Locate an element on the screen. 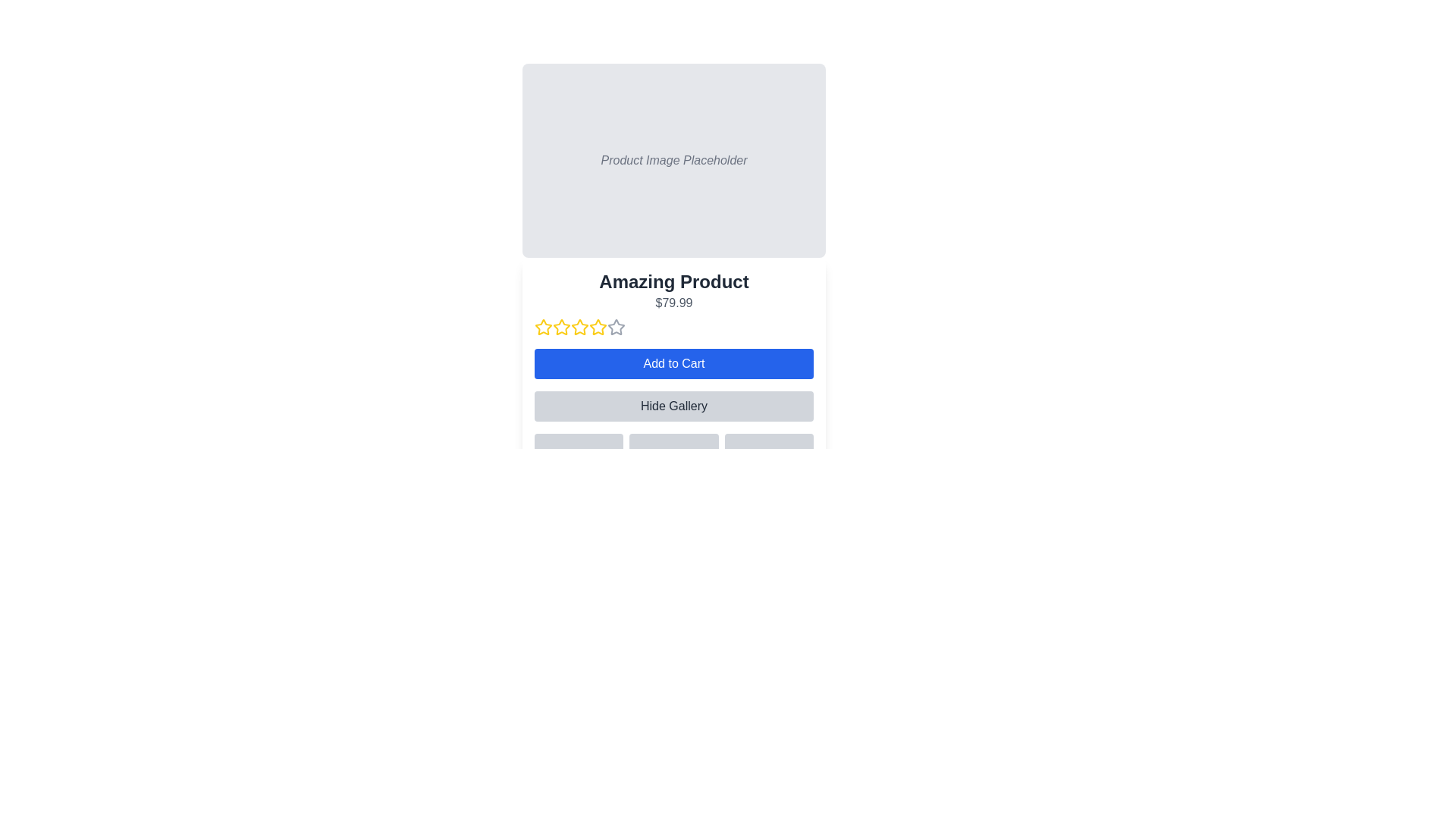  over the first star-shaped rating icon with a yellow border is located at coordinates (543, 326).